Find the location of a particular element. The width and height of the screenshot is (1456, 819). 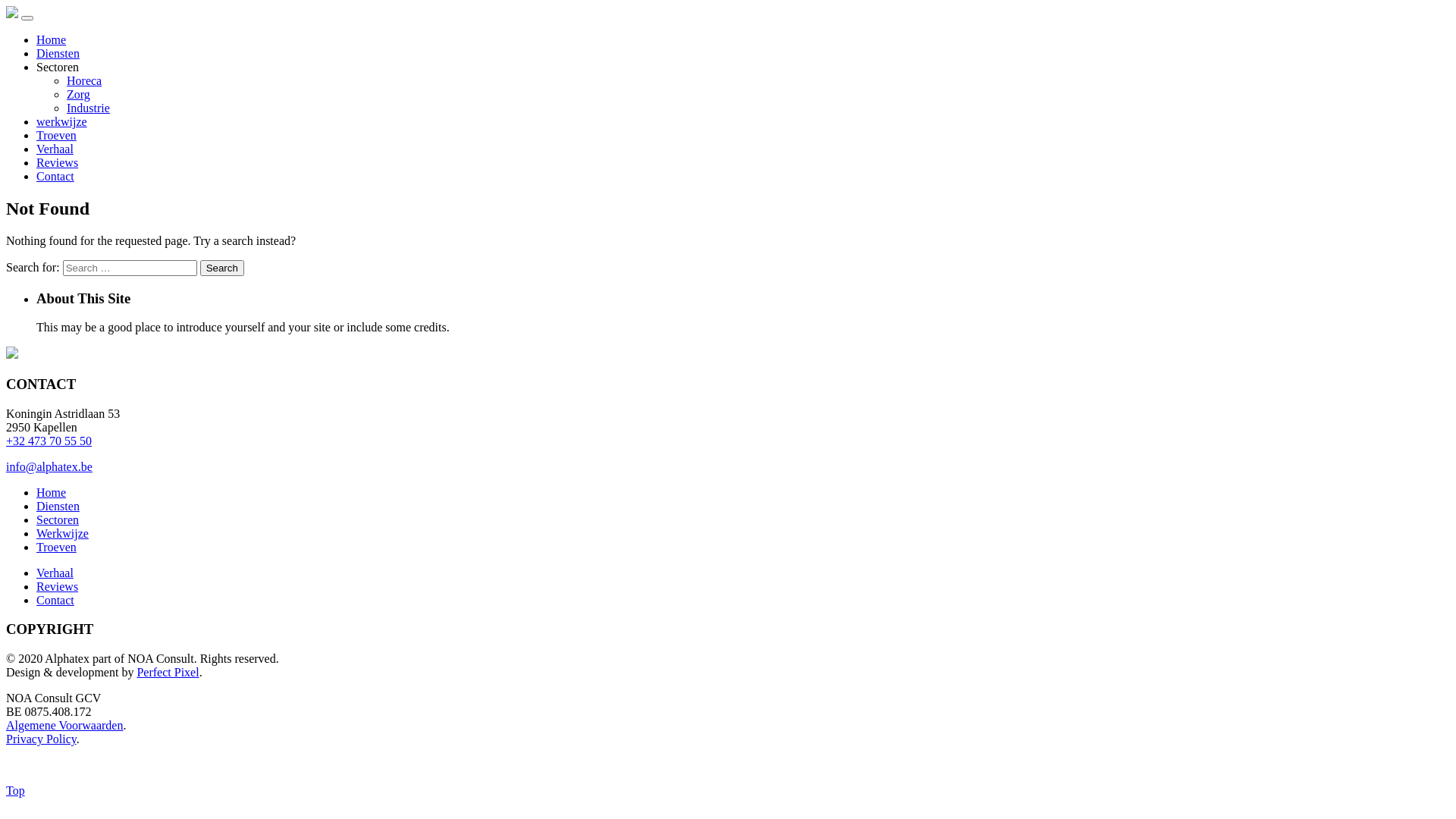

'Privacy Policy' is located at coordinates (41, 738).